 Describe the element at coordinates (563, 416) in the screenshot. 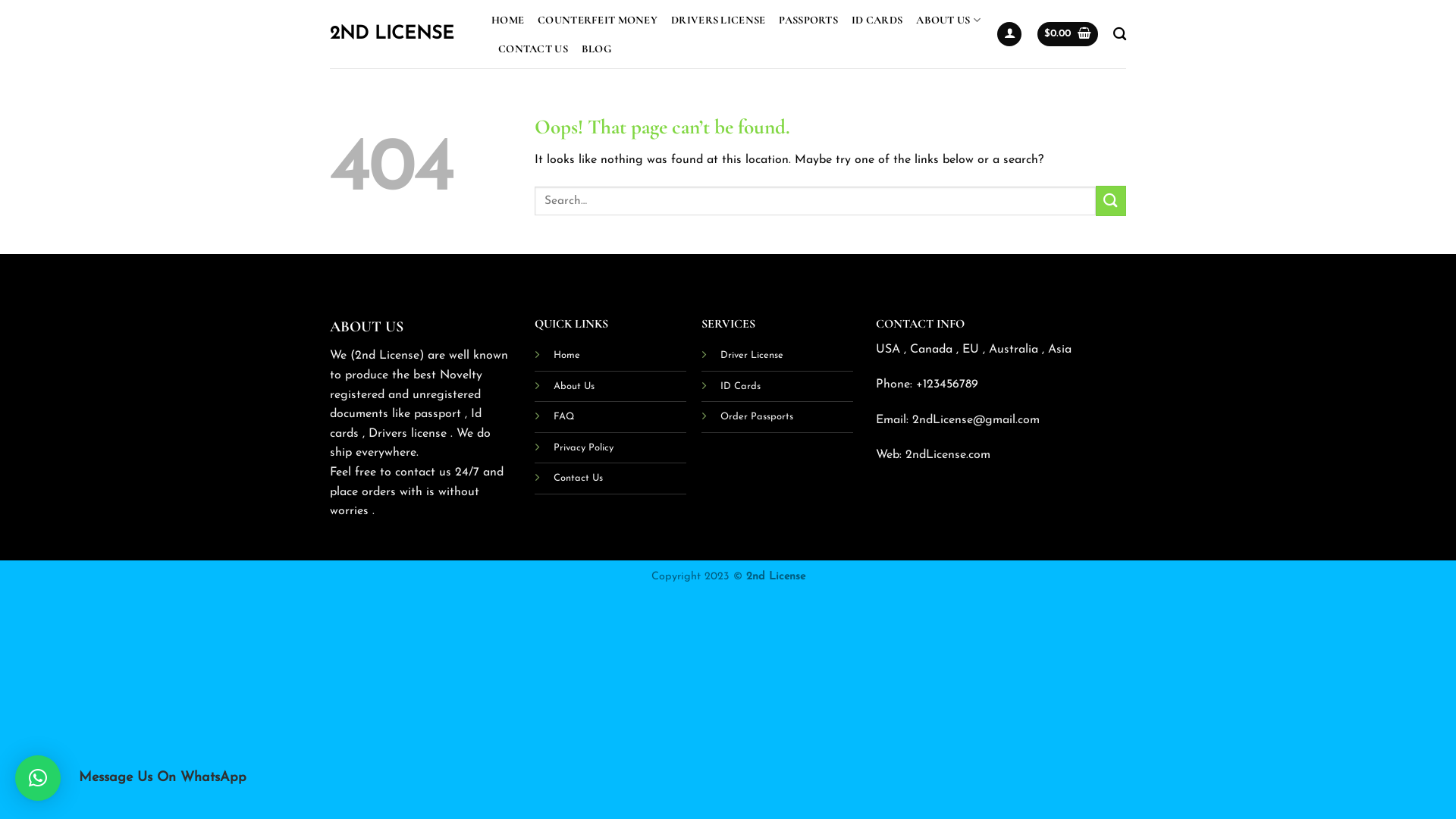

I see `'FAQ'` at that location.